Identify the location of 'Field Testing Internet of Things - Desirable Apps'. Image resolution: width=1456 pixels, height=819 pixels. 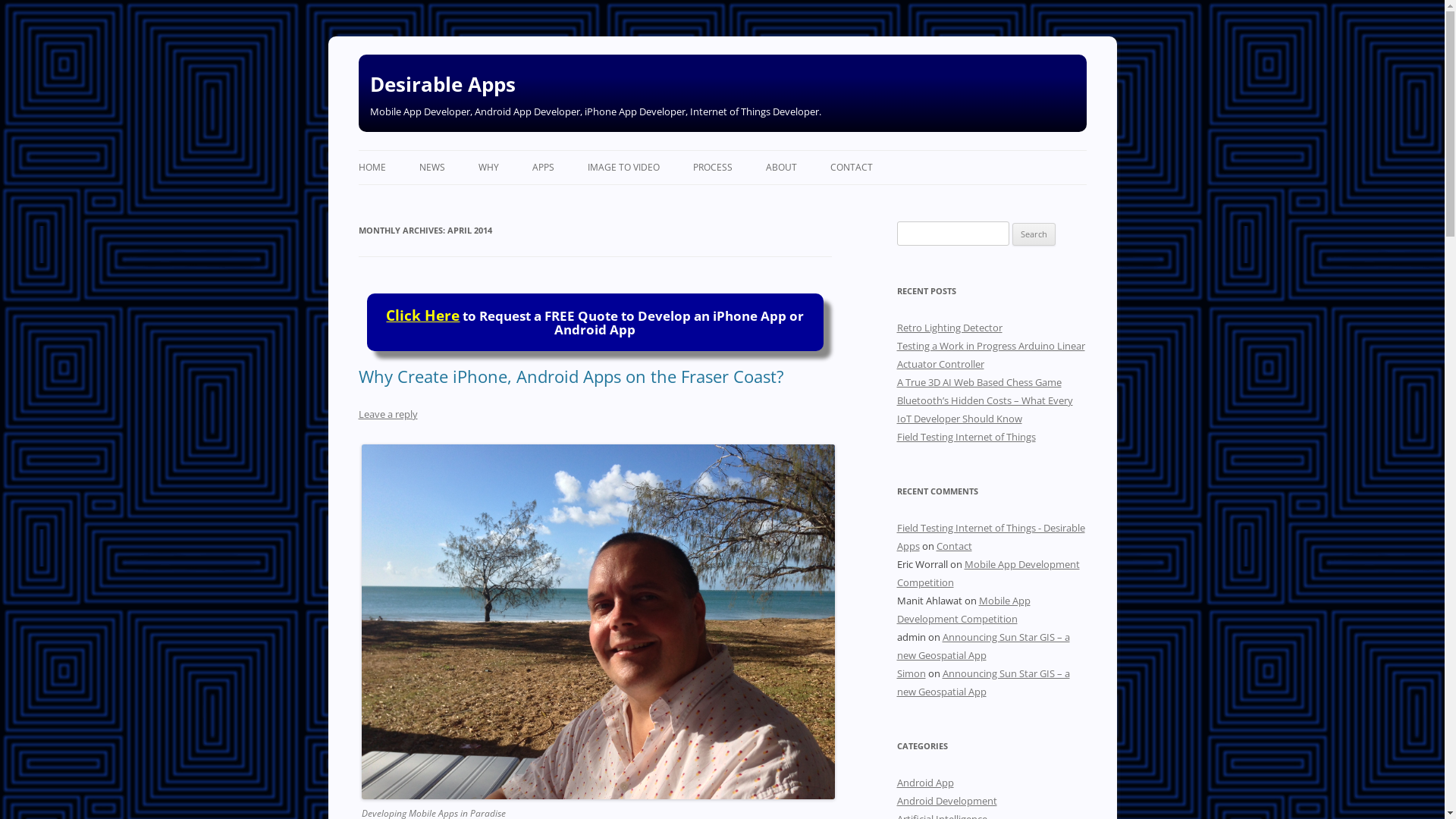
(990, 536).